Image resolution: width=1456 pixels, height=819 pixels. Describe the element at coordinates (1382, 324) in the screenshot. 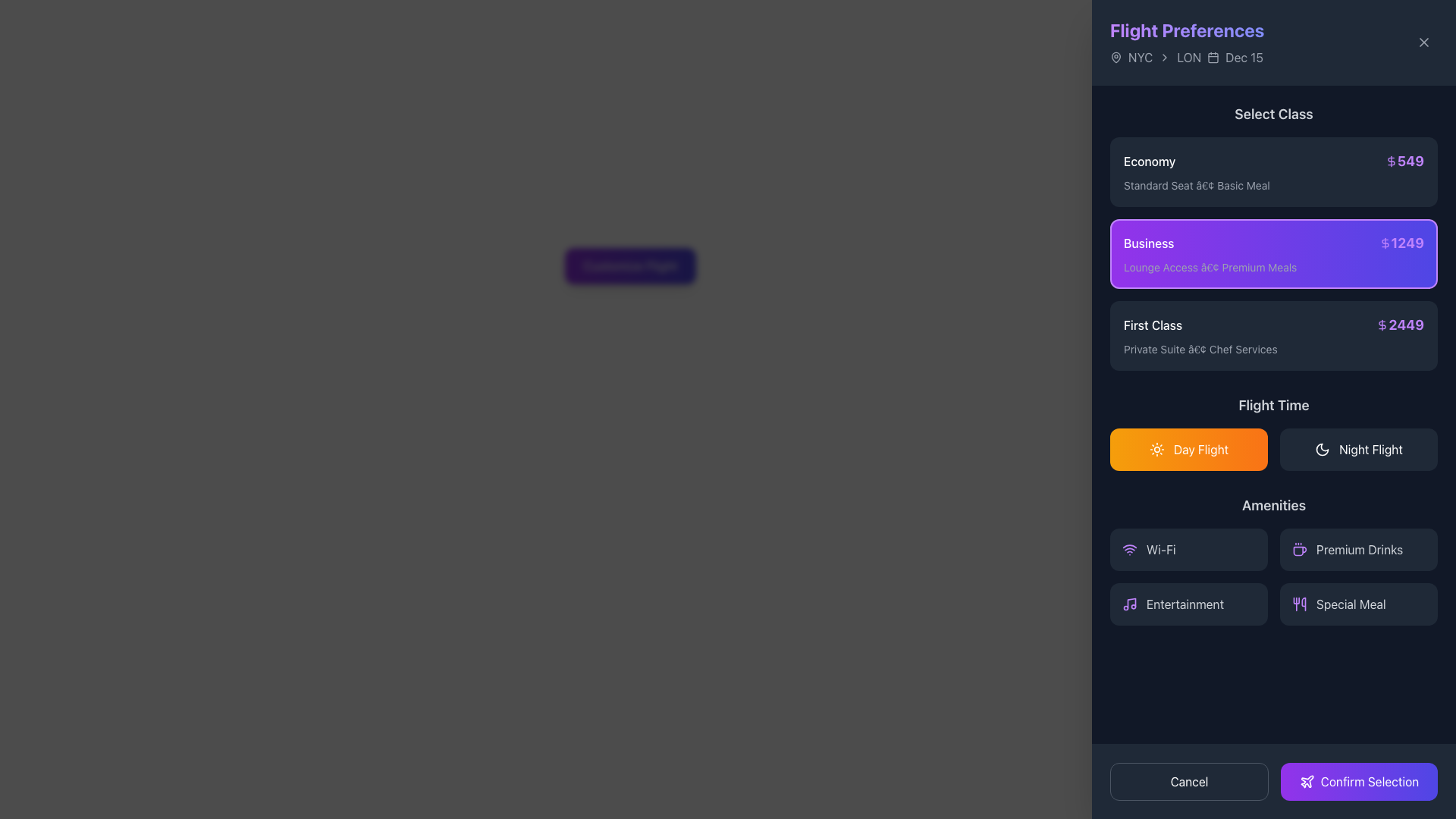

I see `the monetary value icon located in the 'First Class' pricing section at the bottom-right of the interface` at that location.